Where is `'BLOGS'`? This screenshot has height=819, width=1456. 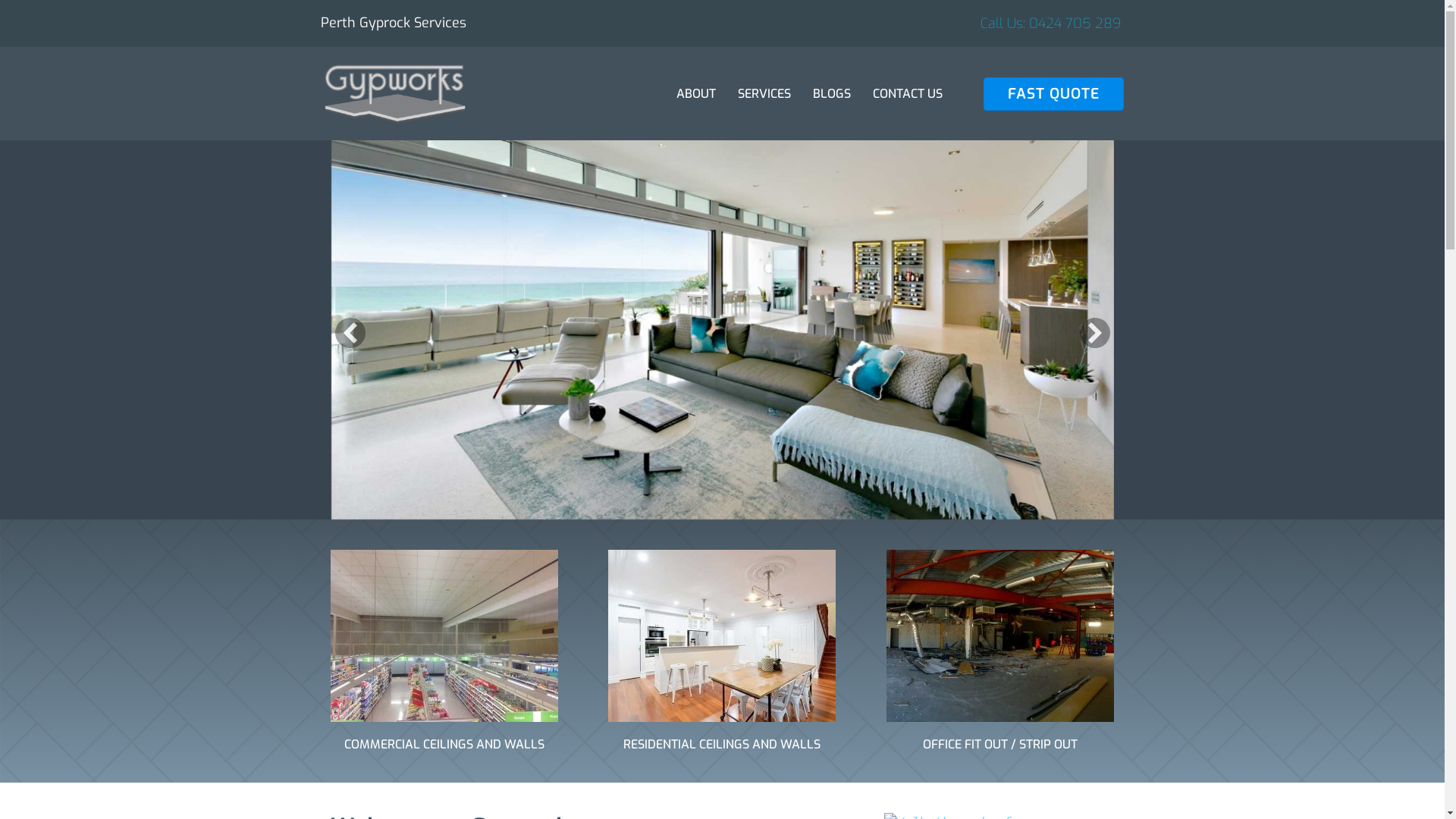 'BLOGS' is located at coordinates (831, 93).